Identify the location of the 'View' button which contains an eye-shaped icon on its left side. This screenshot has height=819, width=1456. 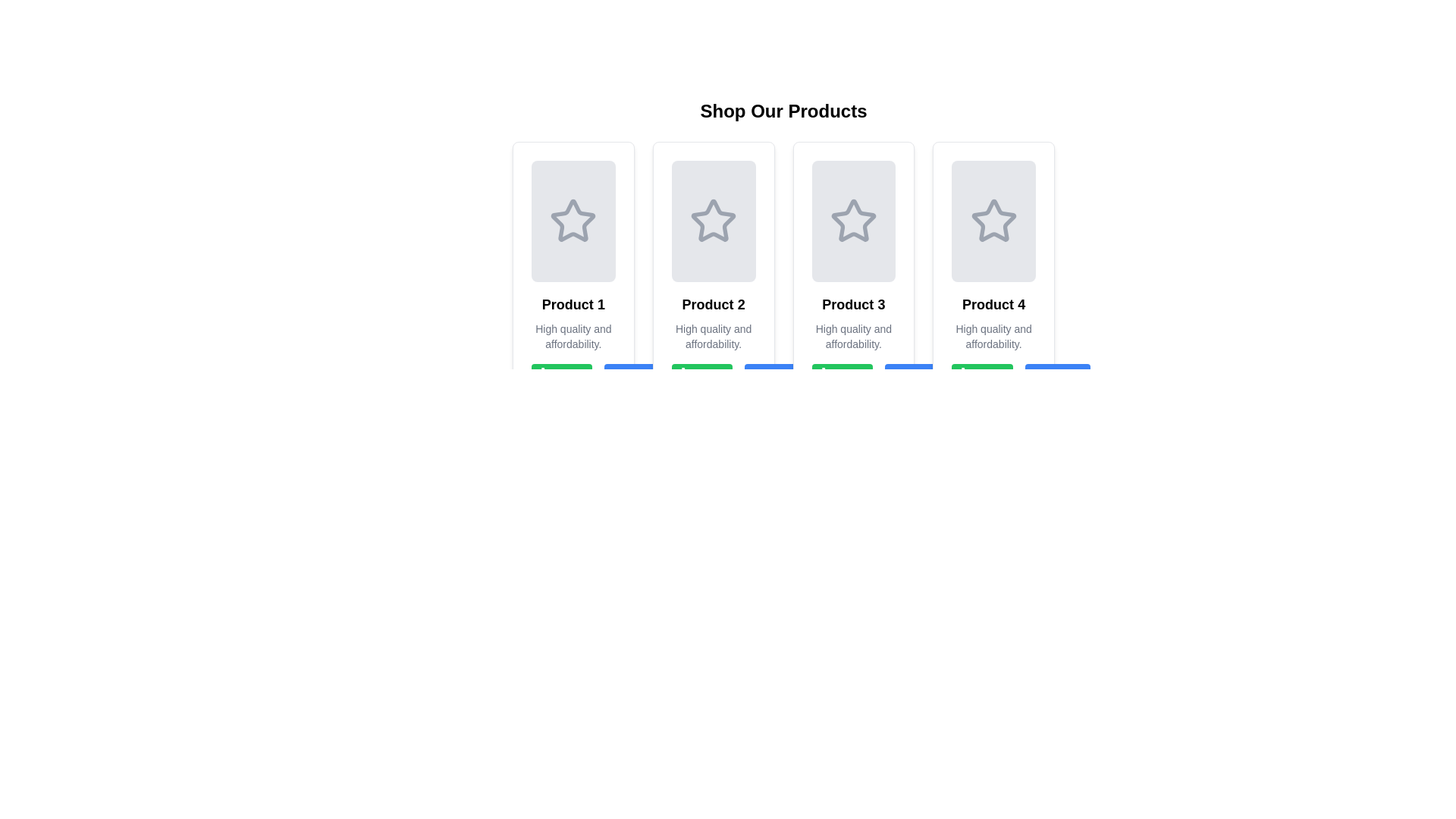
(1042, 375).